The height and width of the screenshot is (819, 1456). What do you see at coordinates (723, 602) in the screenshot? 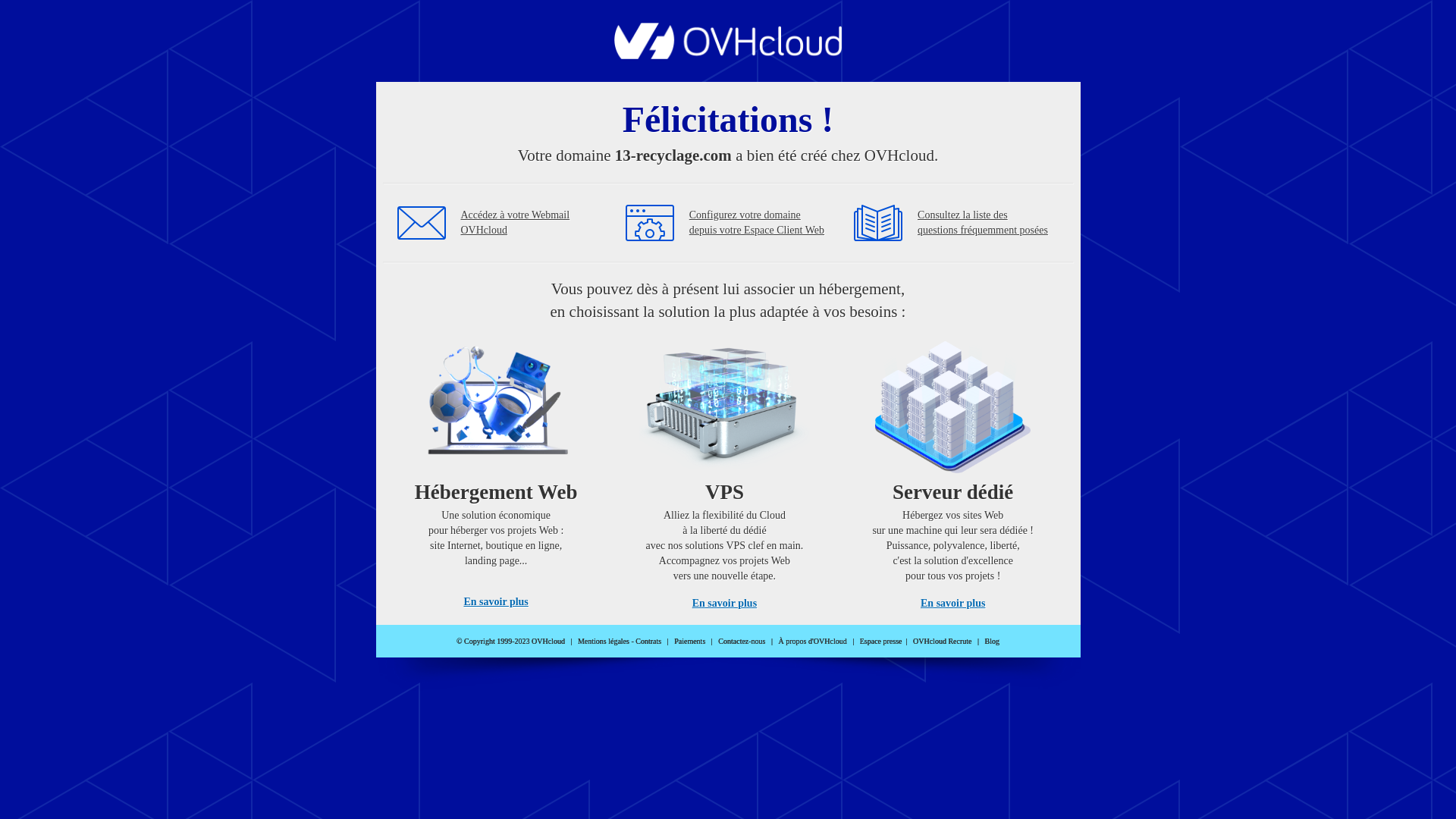
I see `'En savoir plus'` at bounding box center [723, 602].